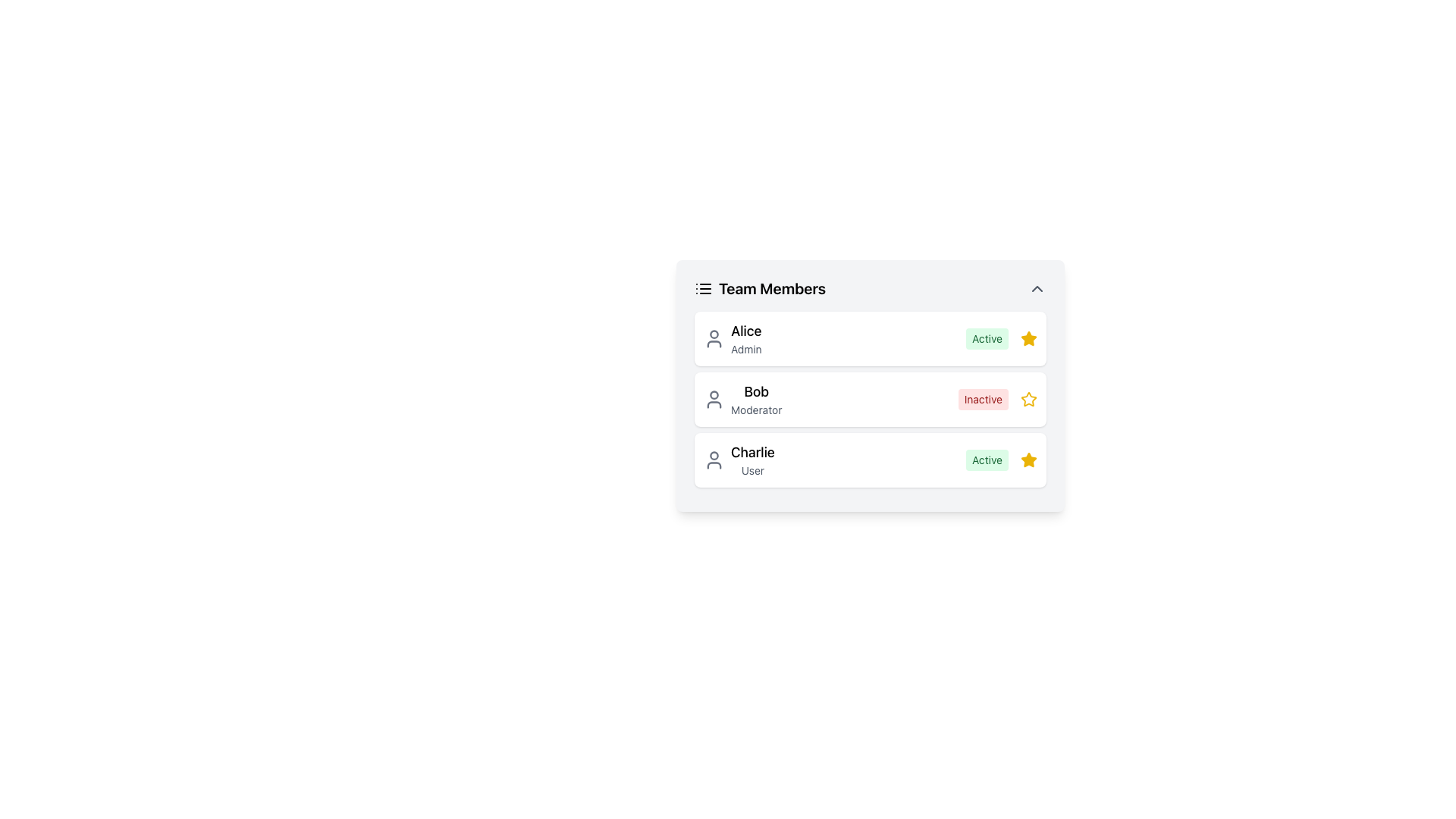 This screenshot has width=1456, height=819. What do you see at coordinates (702, 289) in the screenshot?
I see `the list icon positioned to the left of the 'Team Members' heading` at bounding box center [702, 289].